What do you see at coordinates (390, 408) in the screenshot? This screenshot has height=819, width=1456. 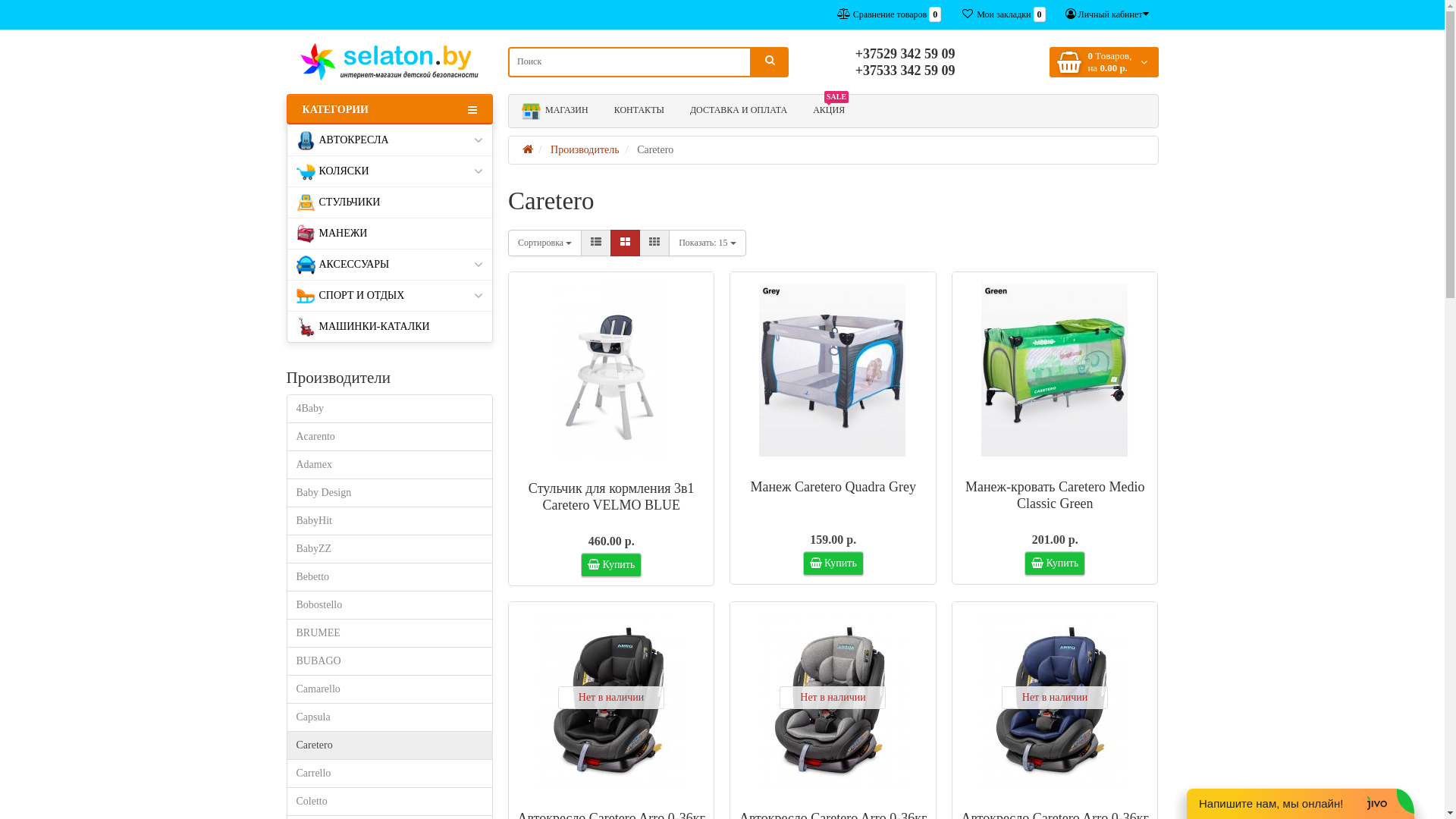 I see `'4Baby'` at bounding box center [390, 408].